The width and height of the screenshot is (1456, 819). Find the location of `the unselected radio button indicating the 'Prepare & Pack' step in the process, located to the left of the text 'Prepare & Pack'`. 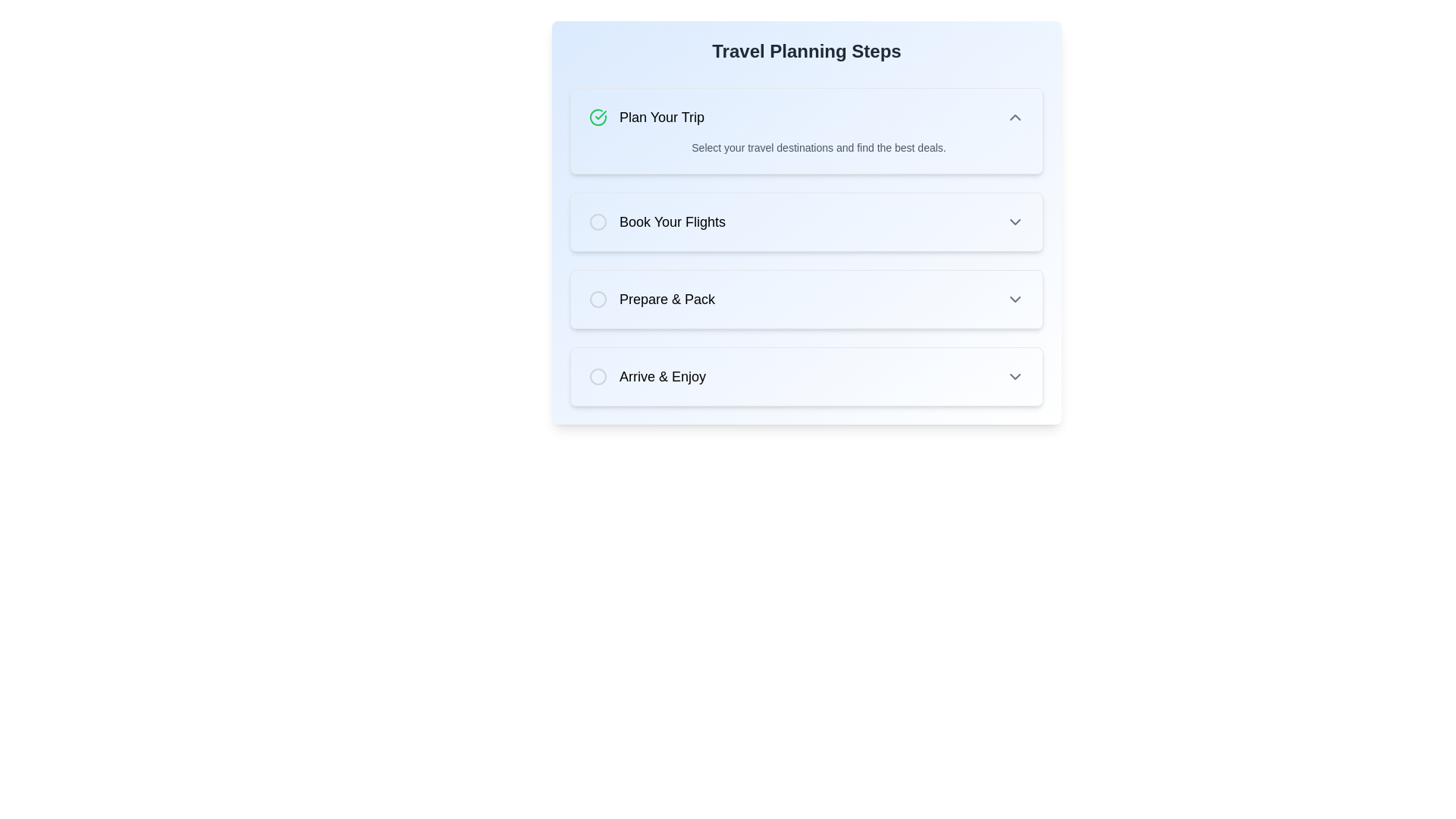

the unselected radio button indicating the 'Prepare & Pack' step in the process, located to the left of the text 'Prepare & Pack' is located at coordinates (597, 299).